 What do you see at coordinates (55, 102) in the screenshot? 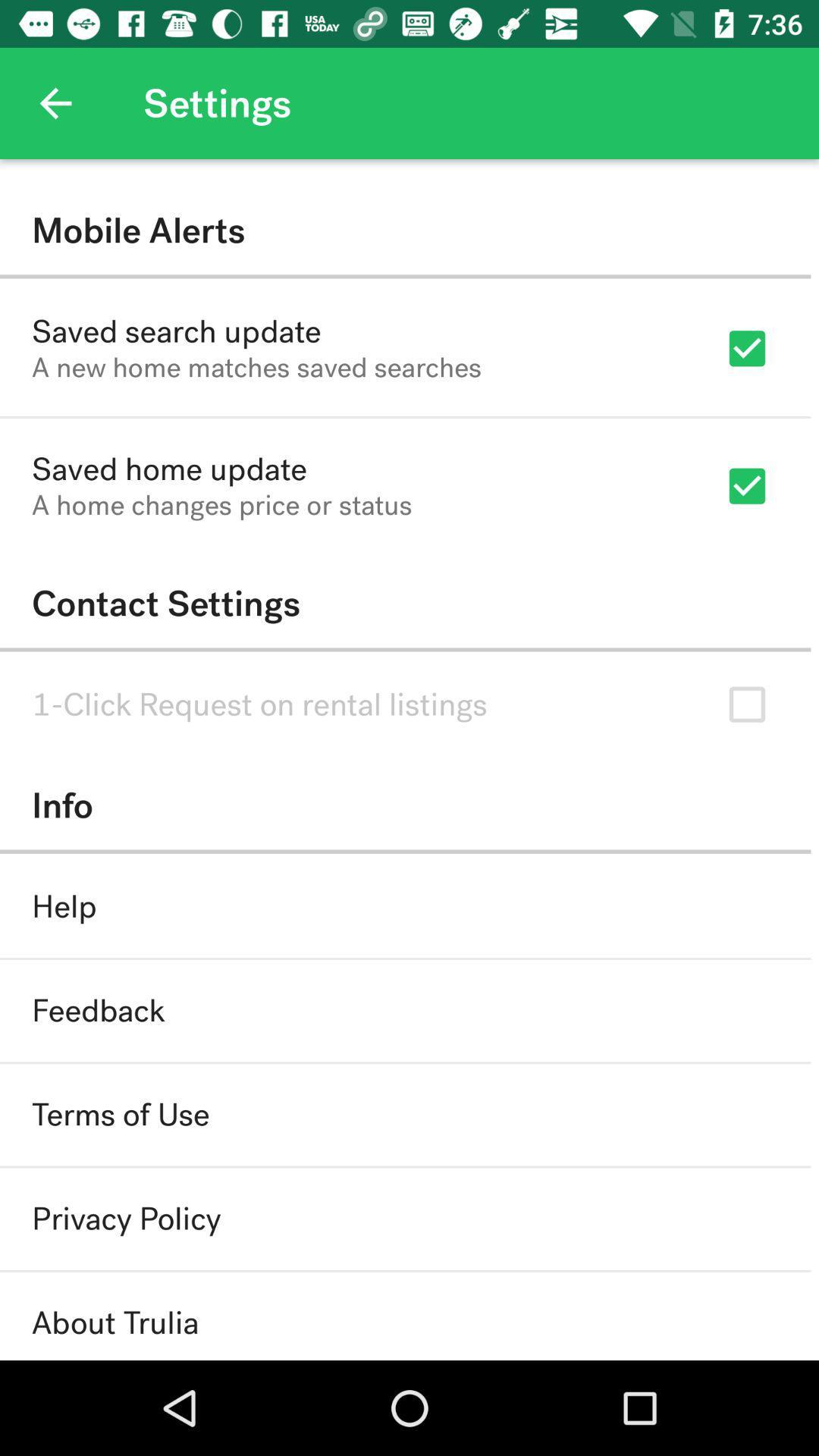
I see `the item above the mobile alerts icon` at bounding box center [55, 102].